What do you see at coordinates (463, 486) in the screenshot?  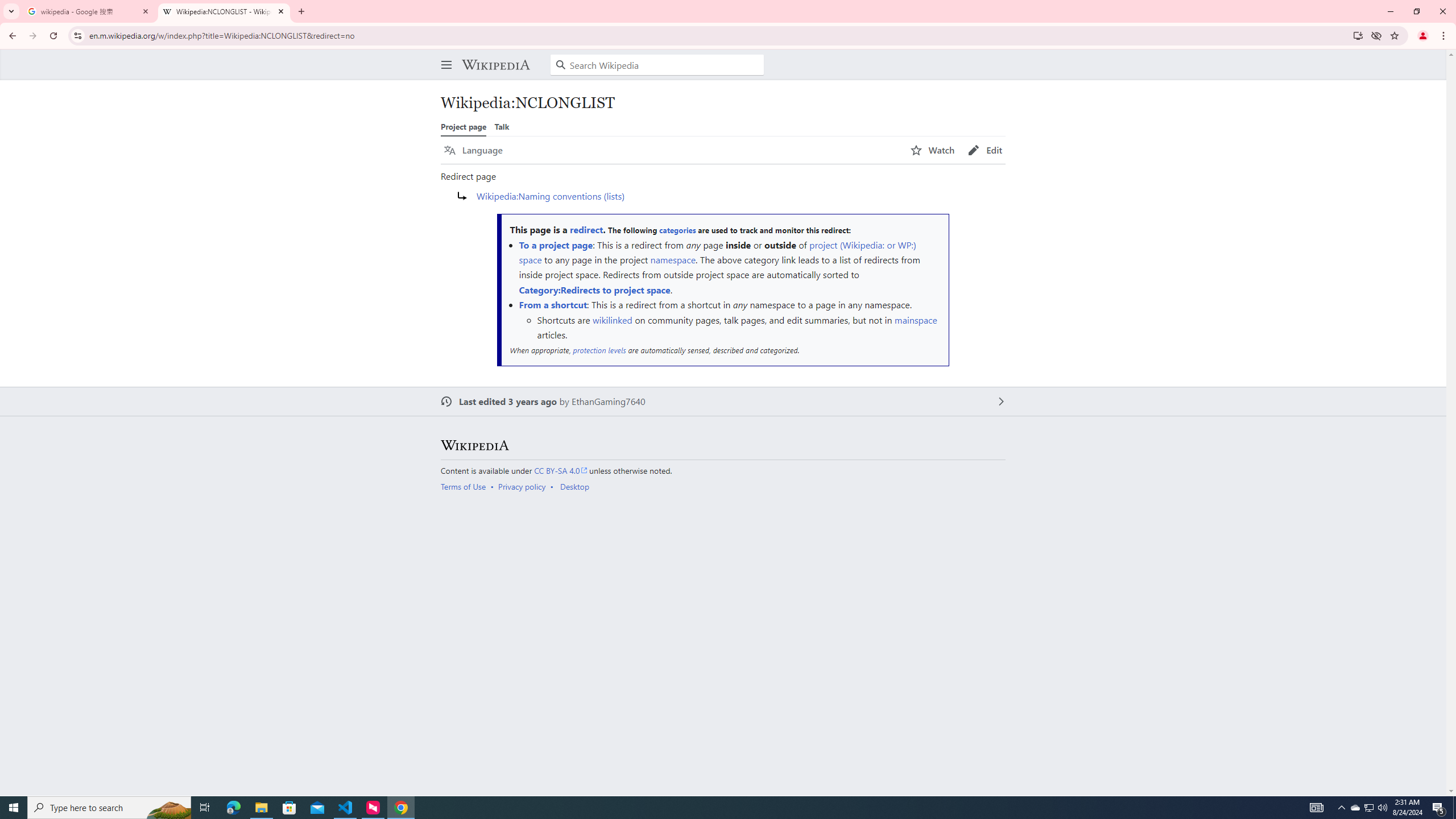 I see `'Terms of Use'` at bounding box center [463, 486].